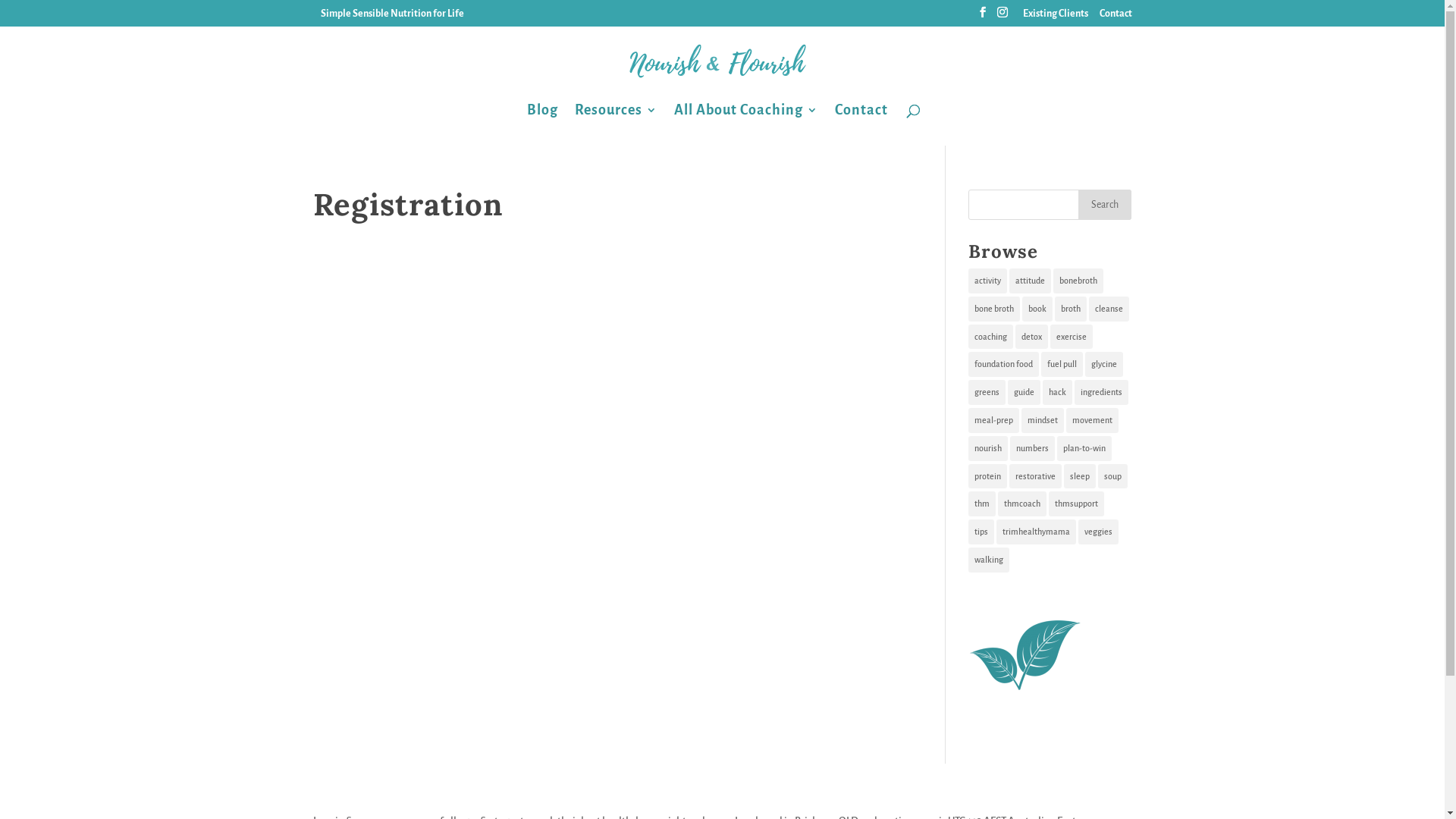 This screenshot has height=819, width=1456. I want to click on 'movement', so click(1092, 420).